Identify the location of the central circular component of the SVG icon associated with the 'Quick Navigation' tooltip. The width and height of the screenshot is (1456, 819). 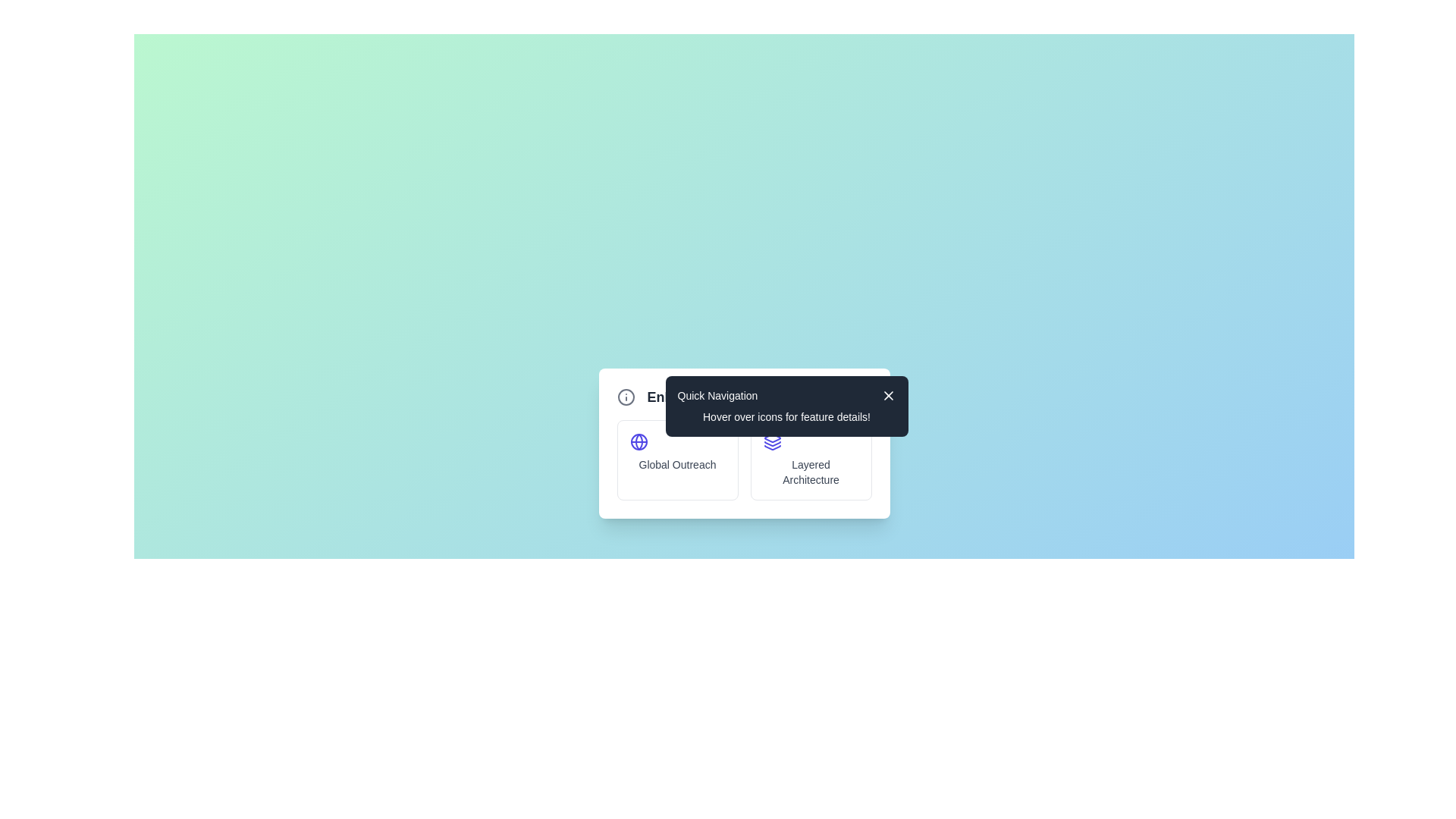
(626, 397).